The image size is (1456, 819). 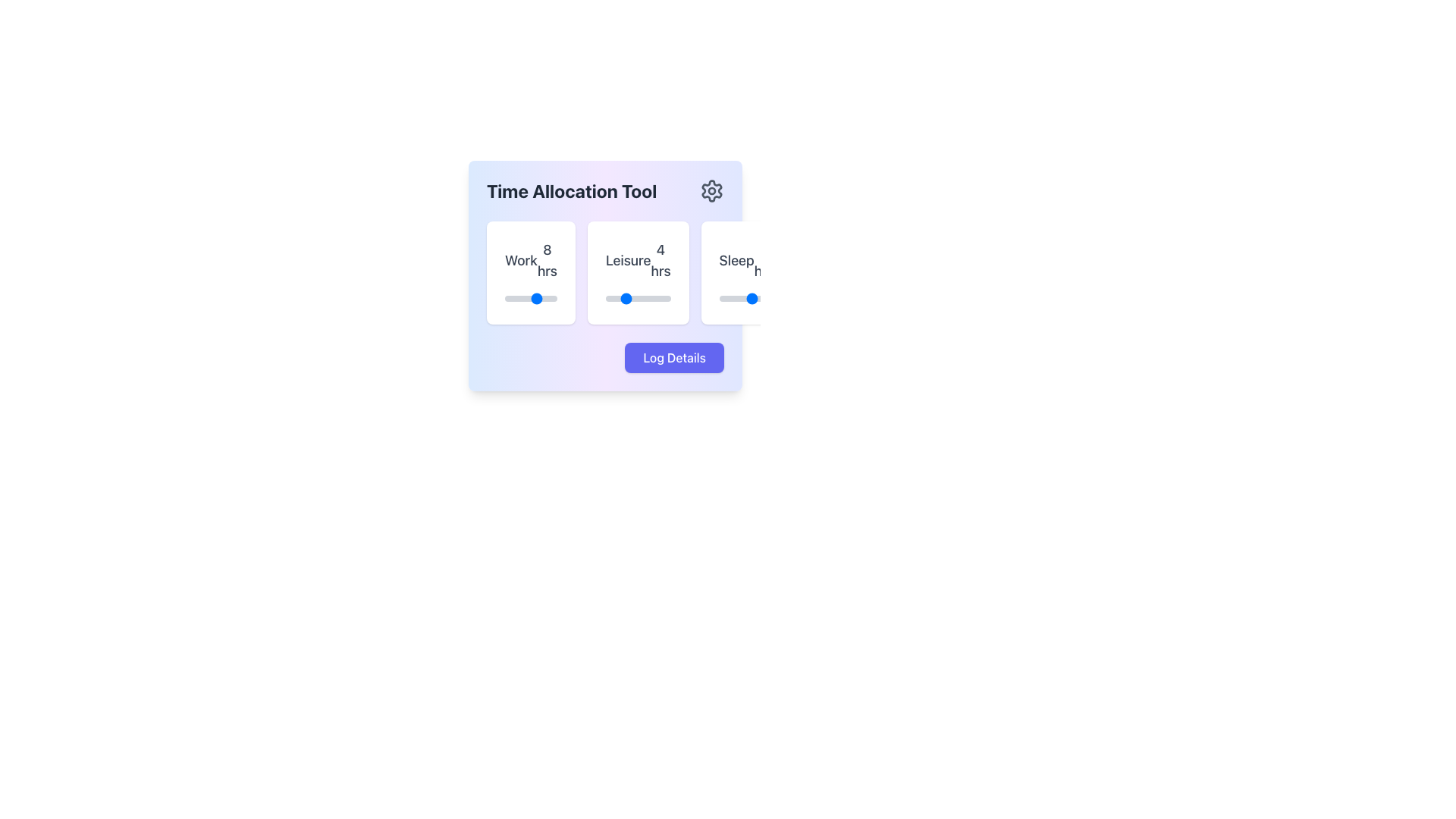 What do you see at coordinates (723, 298) in the screenshot?
I see `the sleep duration` at bounding box center [723, 298].